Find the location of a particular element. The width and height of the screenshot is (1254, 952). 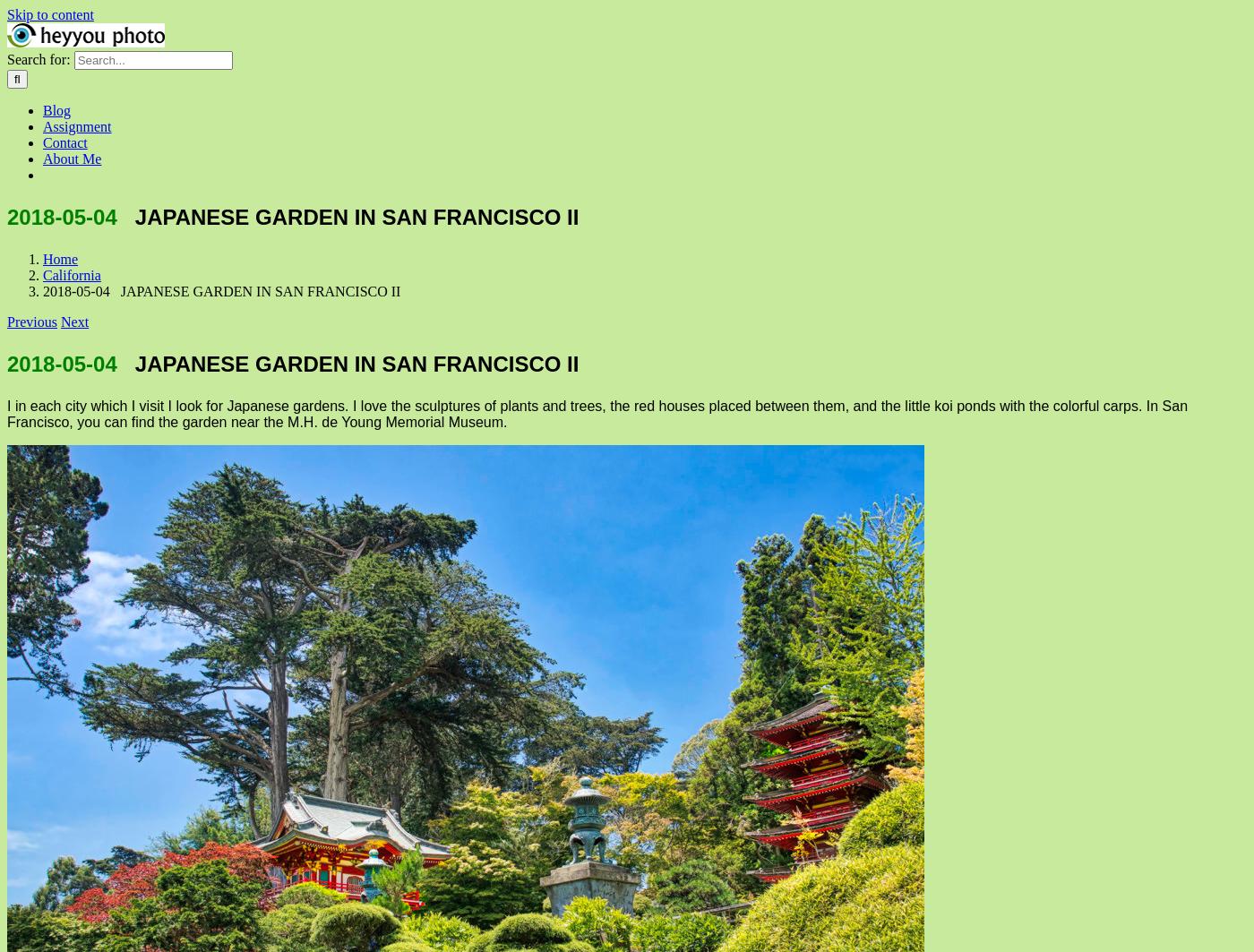

'I in each city which I visit I look for Japanese gardens. I love the sculptures of plants and trees, the red houses placed between them, and the little koi ponds with the colorful carps. In San Francisco, you can find the garden near the M.H. de Young Memorial Museum.' is located at coordinates (597, 414).